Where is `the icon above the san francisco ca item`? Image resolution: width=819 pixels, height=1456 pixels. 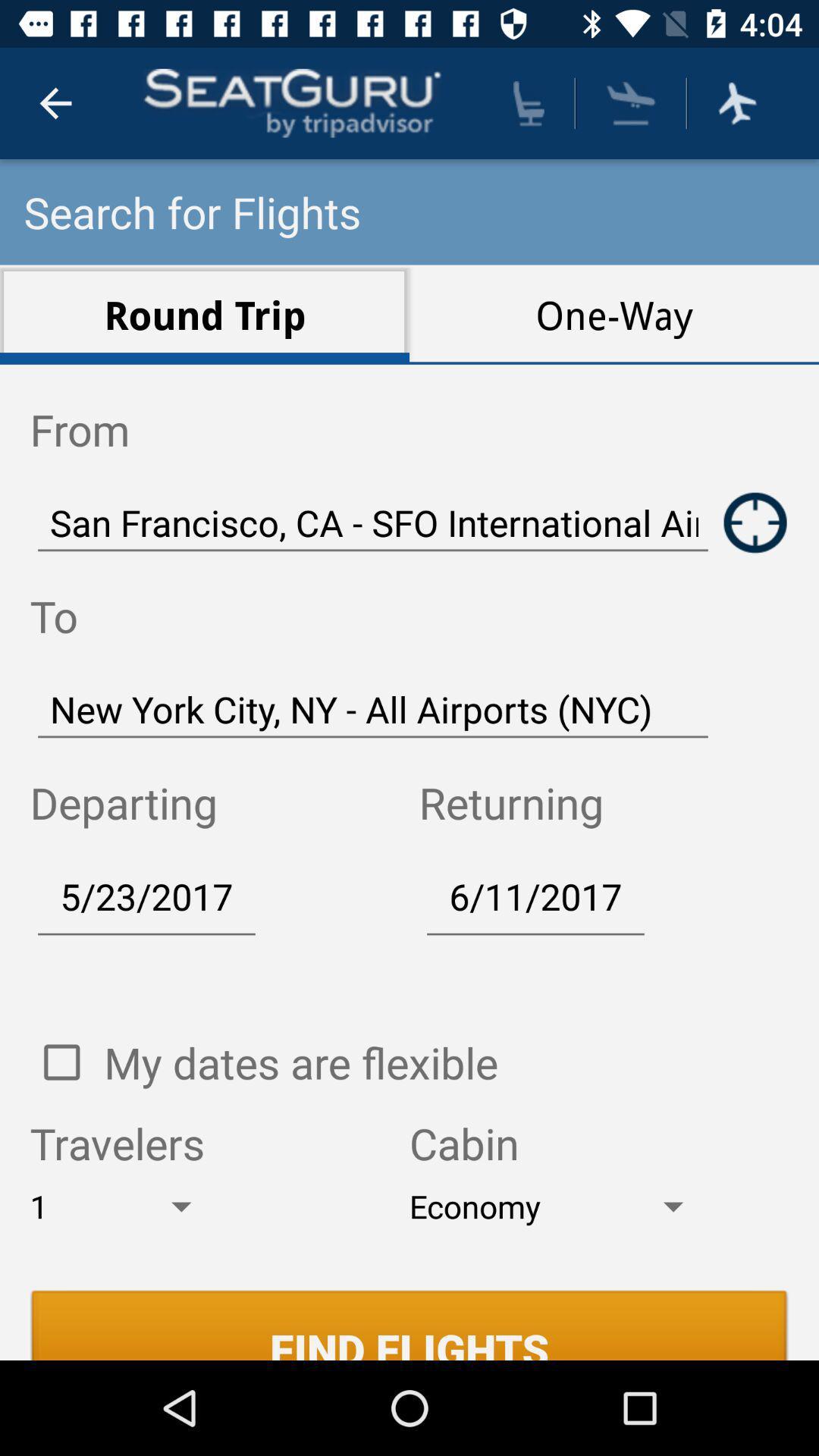
the icon above the san francisco ca item is located at coordinates (614, 314).